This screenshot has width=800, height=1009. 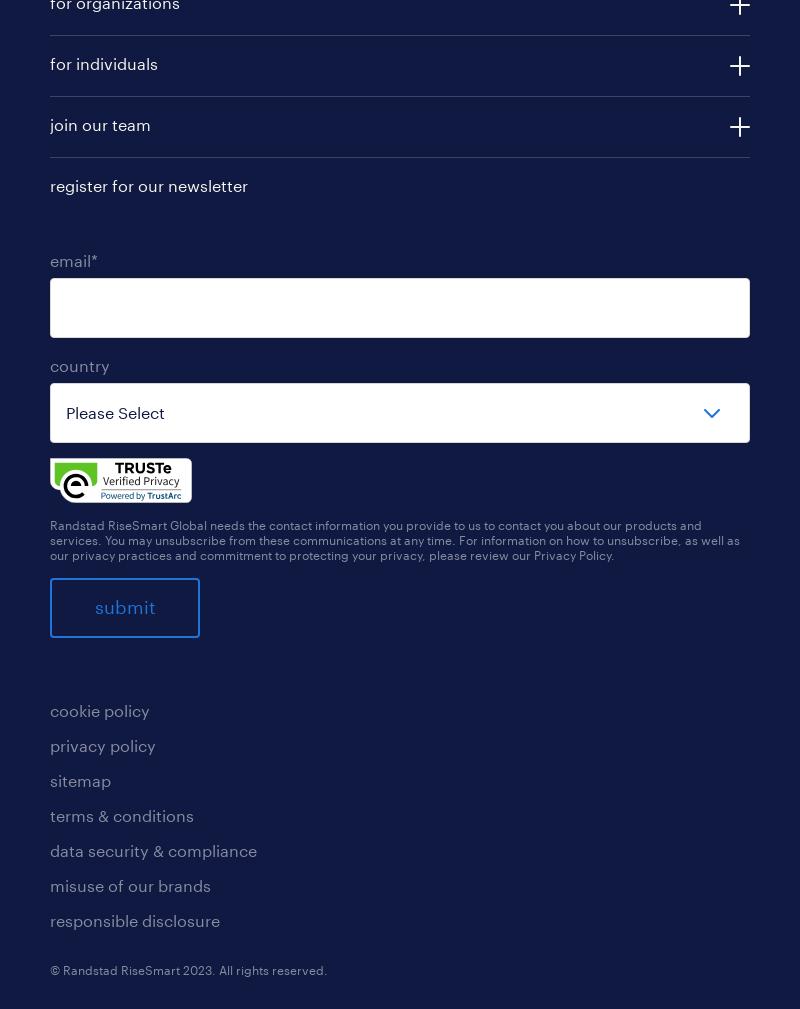 I want to click on 'data security & compliance', so click(x=153, y=849).